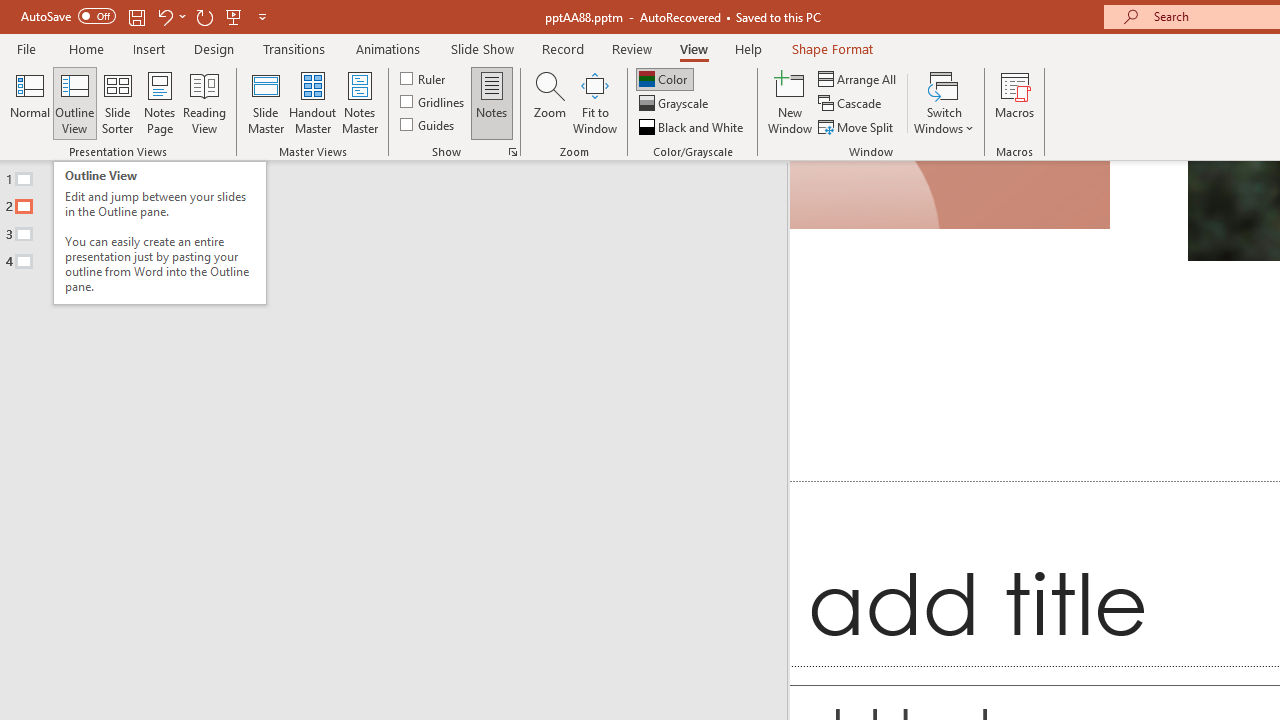 The width and height of the screenshot is (1280, 720). I want to click on 'Fit to Window', so click(594, 103).